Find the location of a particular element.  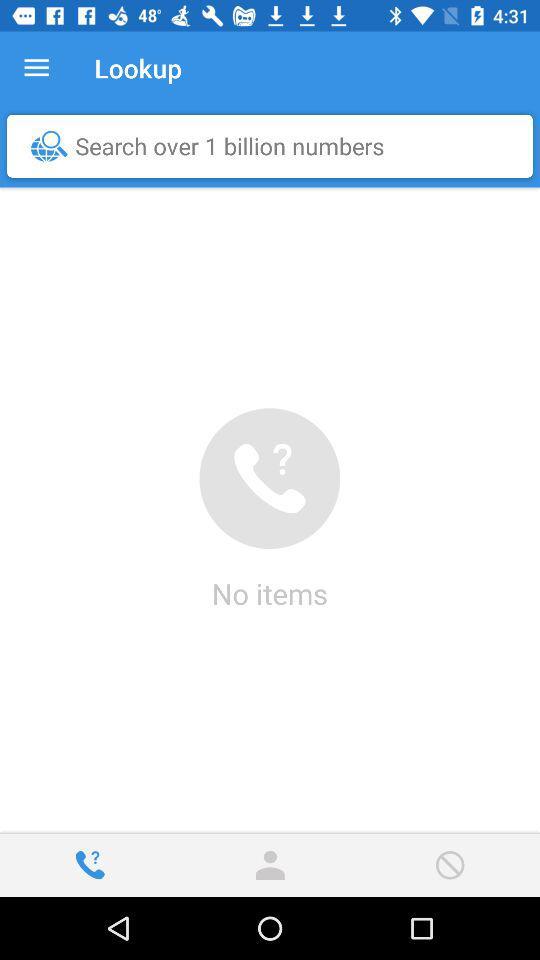

block icon is located at coordinates (449, 864).